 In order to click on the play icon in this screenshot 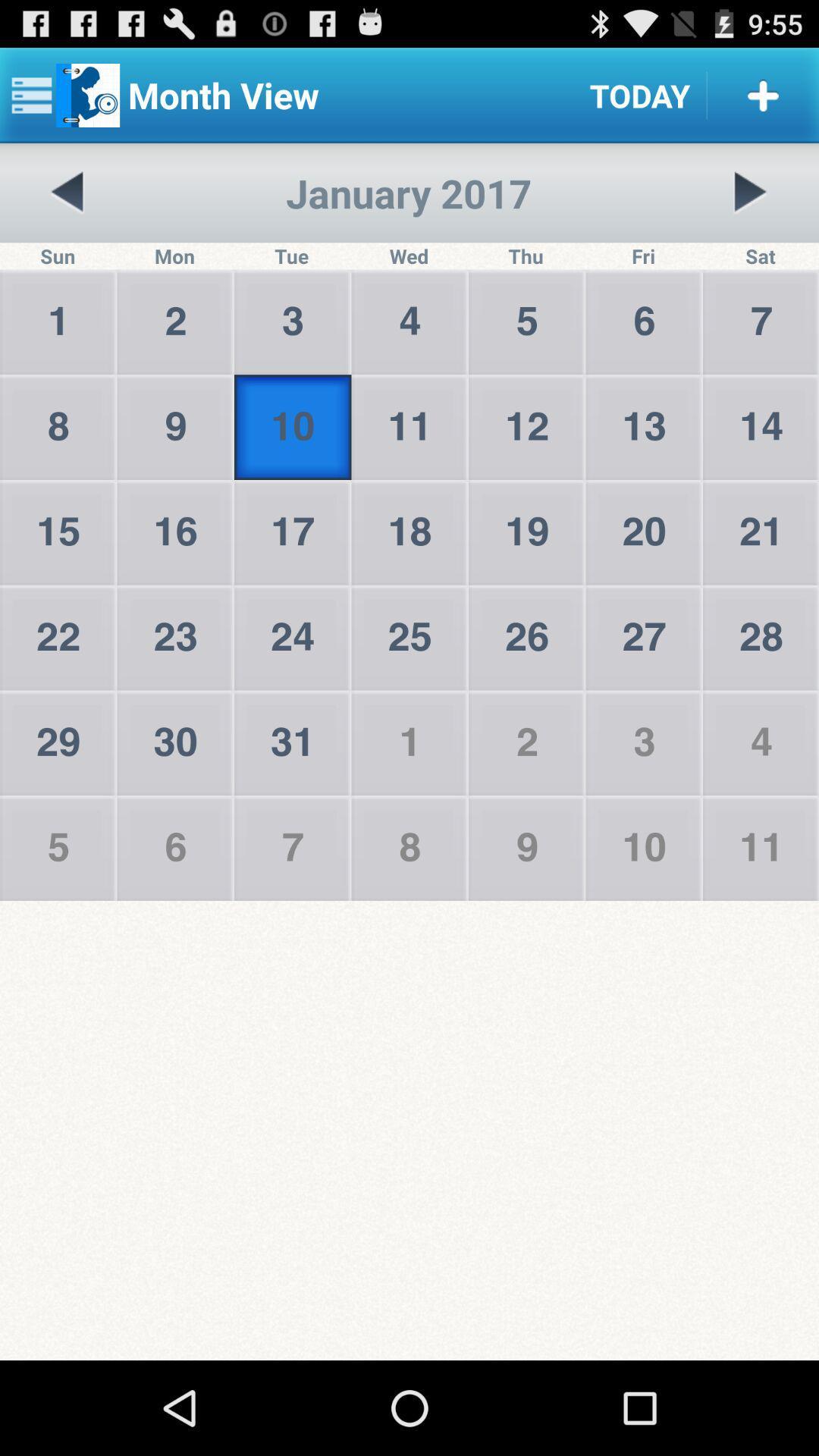, I will do `click(749, 206)`.